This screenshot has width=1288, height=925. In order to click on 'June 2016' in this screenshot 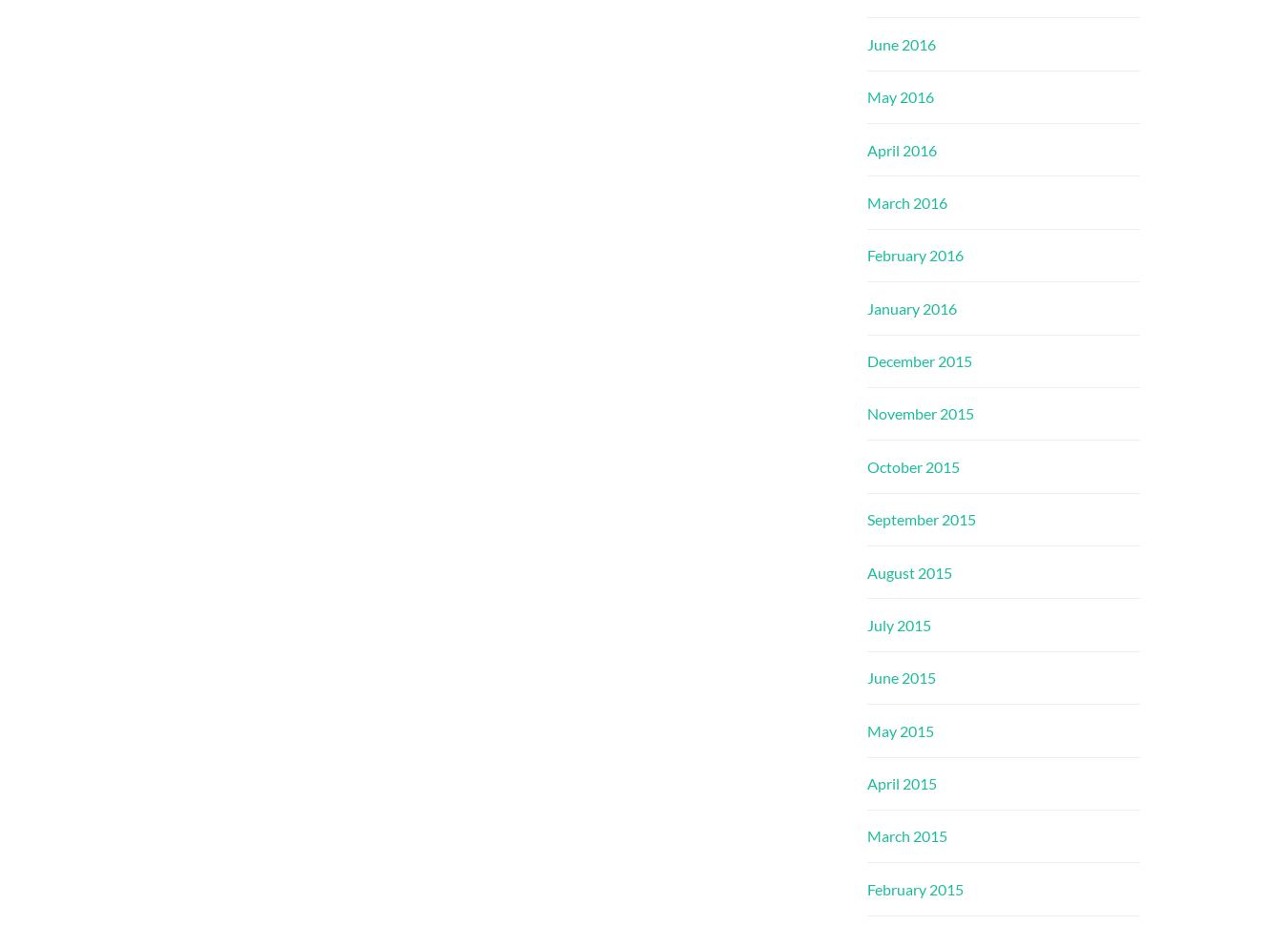, I will do `click(900, 43)`.